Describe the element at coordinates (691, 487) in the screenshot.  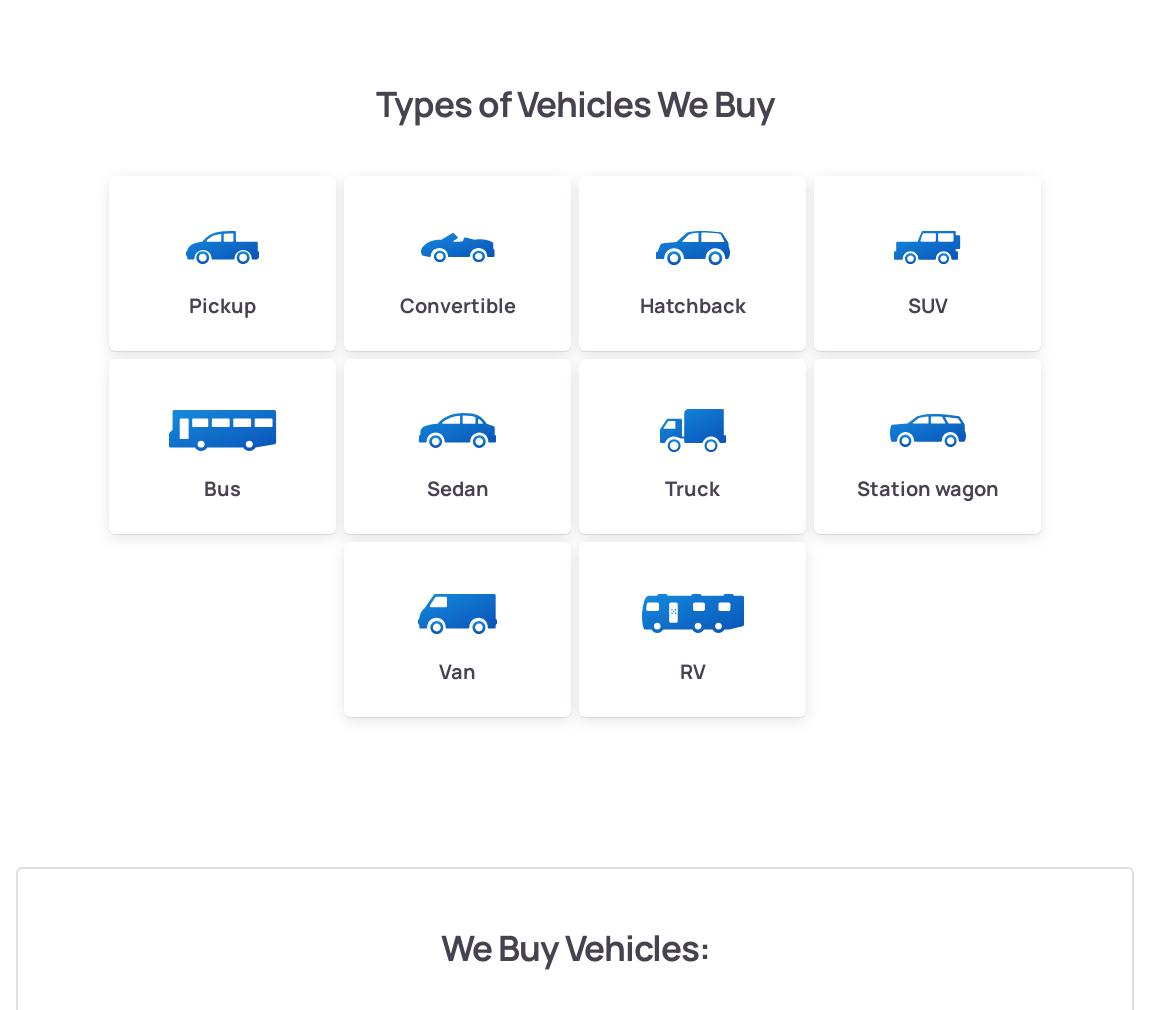
I see `'Truck'` at that location.